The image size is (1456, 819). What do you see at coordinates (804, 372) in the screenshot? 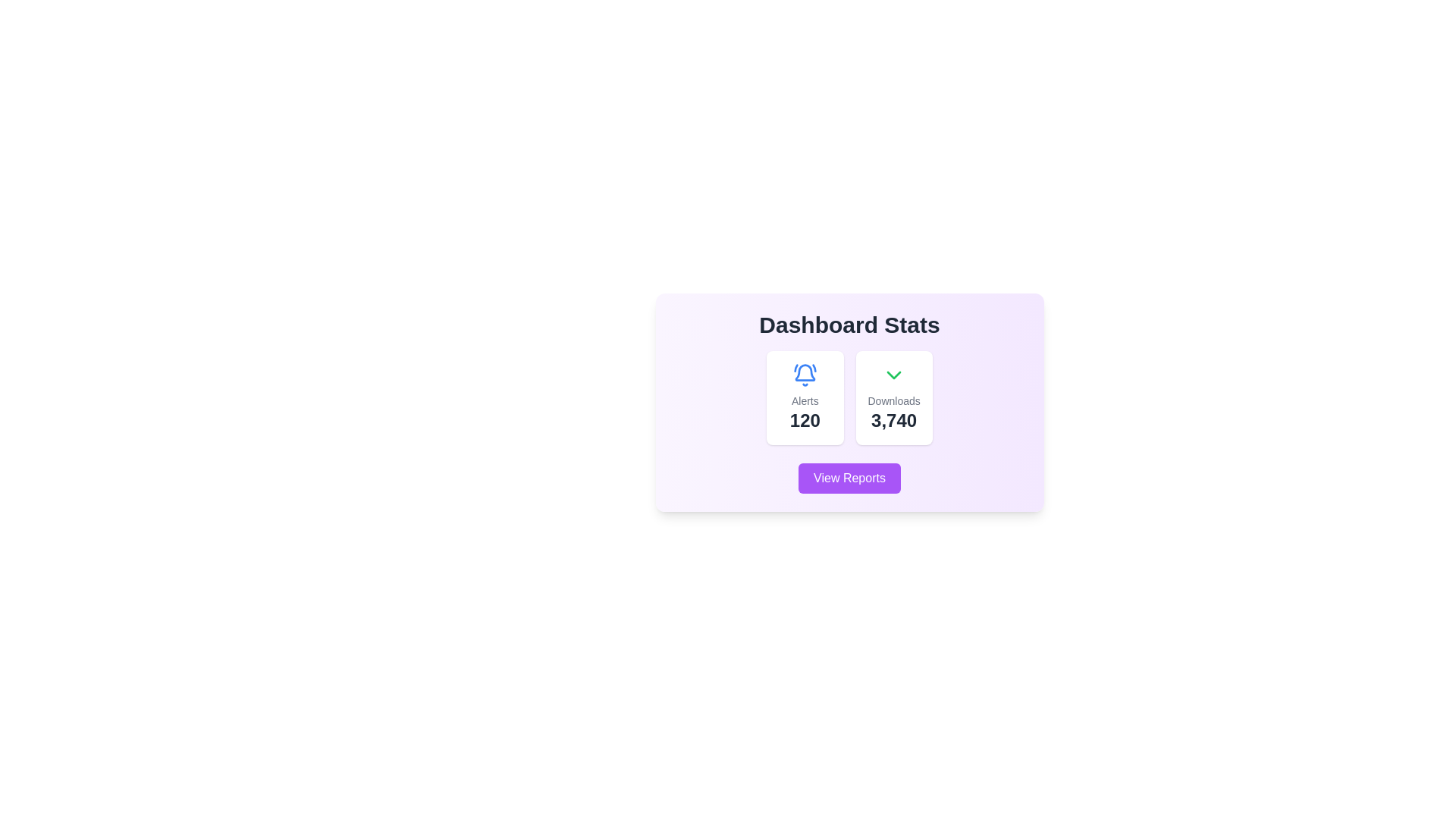
I see `the bell icon located` at bounding box center [804, 372].